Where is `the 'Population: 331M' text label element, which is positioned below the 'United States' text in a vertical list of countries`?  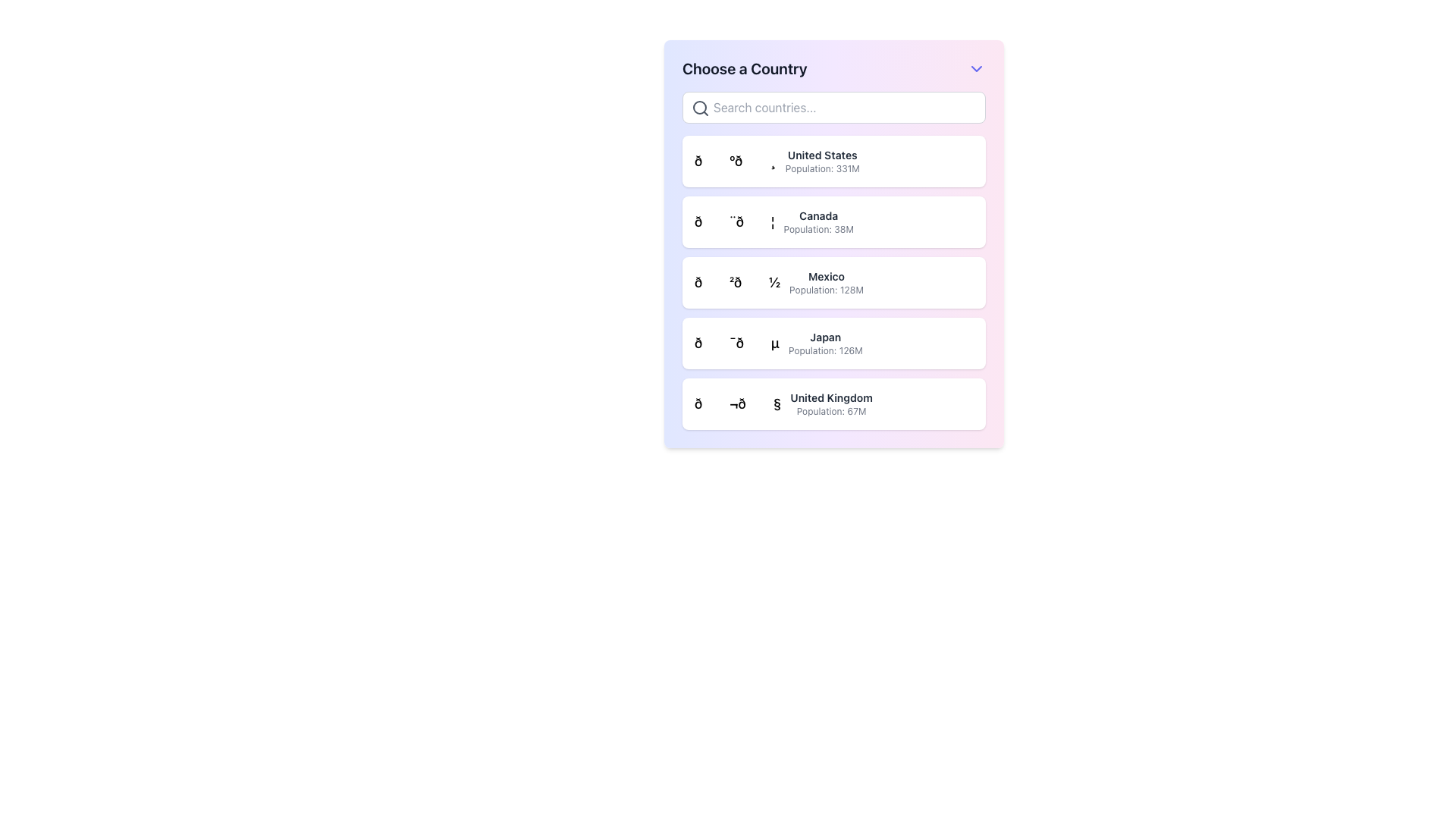
the 'Population: 331M' text label element, which is positioned below the 'United States' text in a vertical list of countries is located at coordinates (821, 169).